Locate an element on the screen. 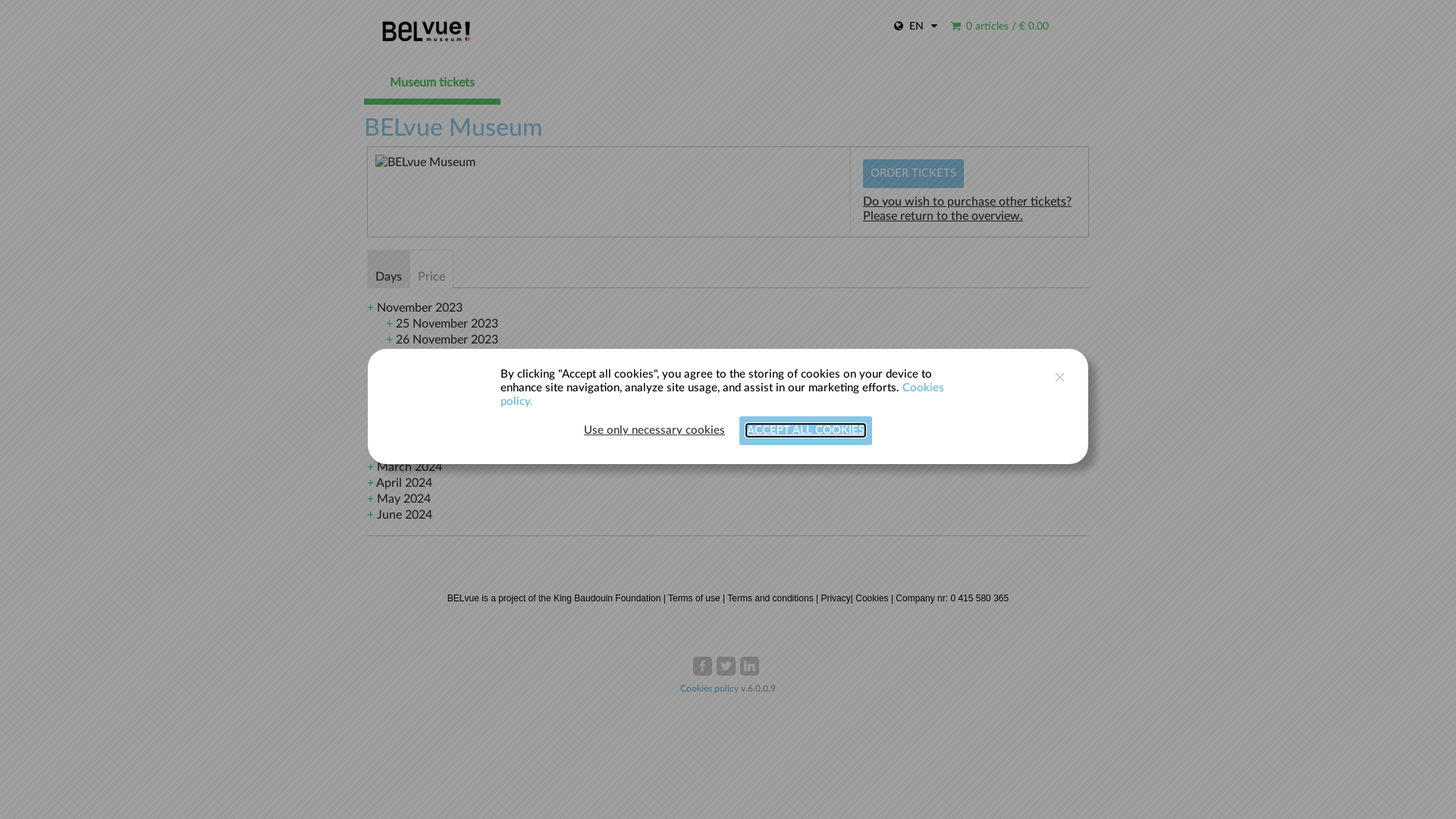 The image size is (1456, 819). '+' is located at coordinates (370, 482).